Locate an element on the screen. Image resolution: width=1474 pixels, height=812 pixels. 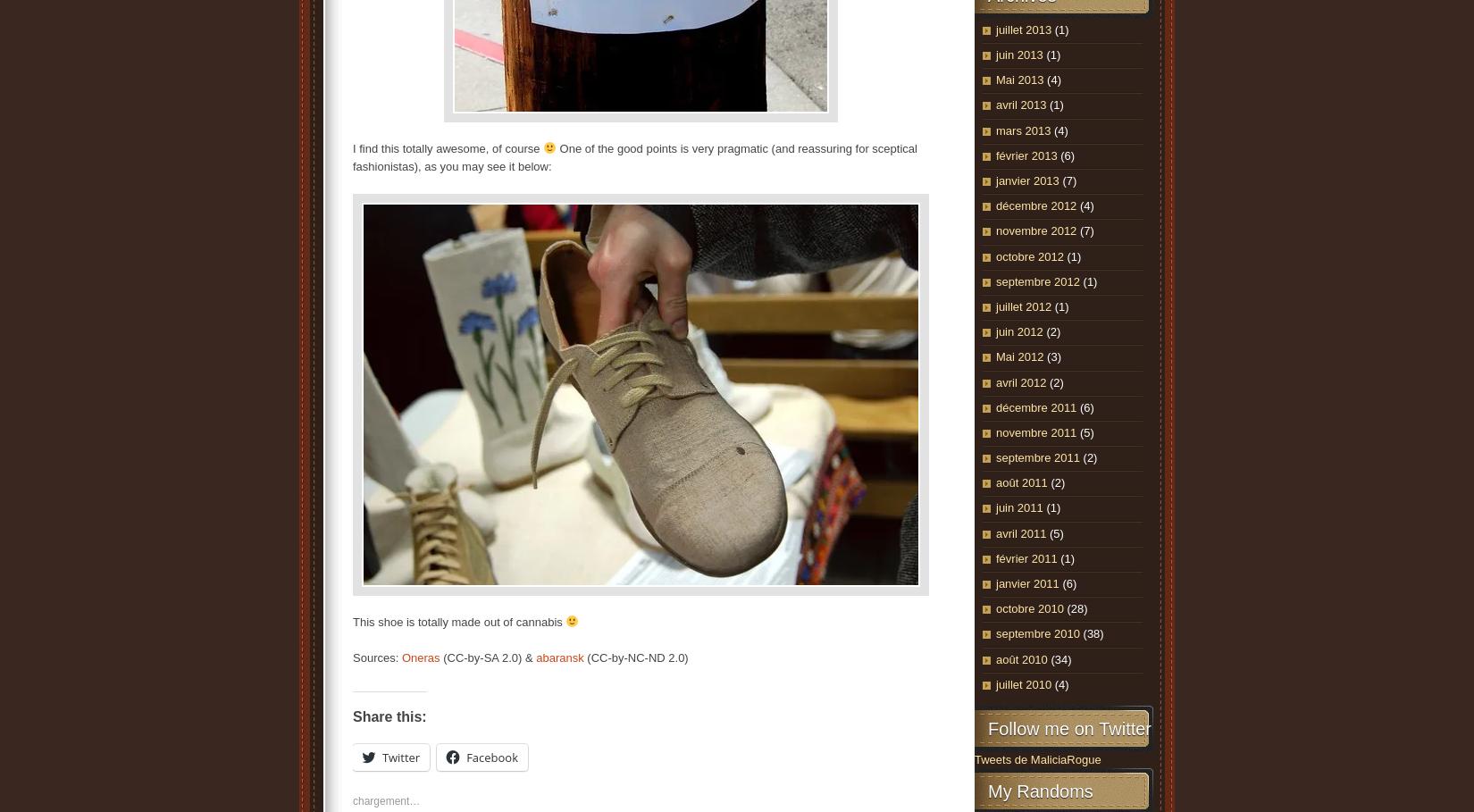
'juillet 2012' is located at coordinates (1023, 306).